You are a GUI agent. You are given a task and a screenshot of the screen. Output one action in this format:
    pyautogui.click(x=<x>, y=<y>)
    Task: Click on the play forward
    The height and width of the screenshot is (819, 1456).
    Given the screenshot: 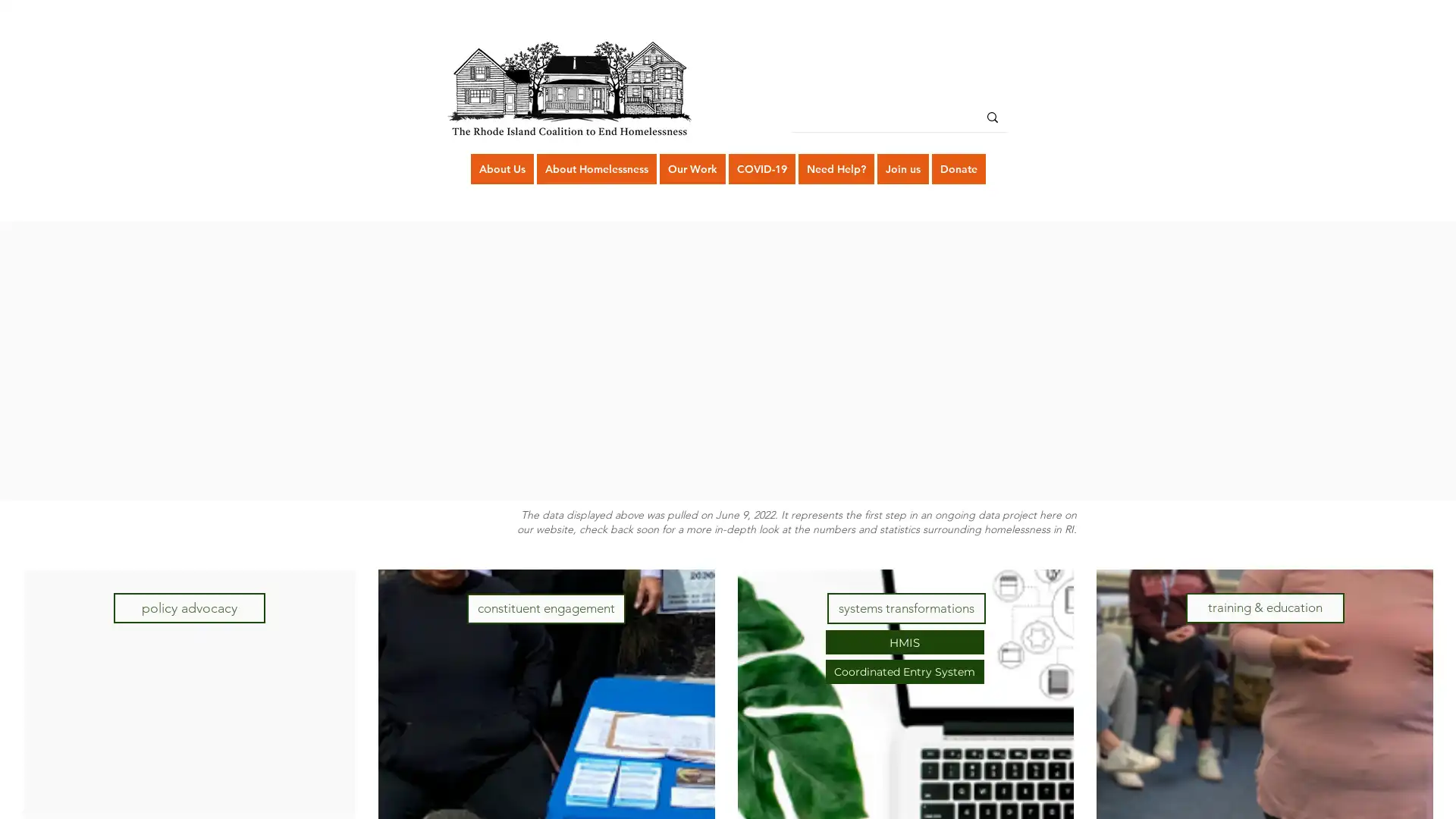 What is the action you would take?
    pyautogui.click(x=1085, y=360)
    